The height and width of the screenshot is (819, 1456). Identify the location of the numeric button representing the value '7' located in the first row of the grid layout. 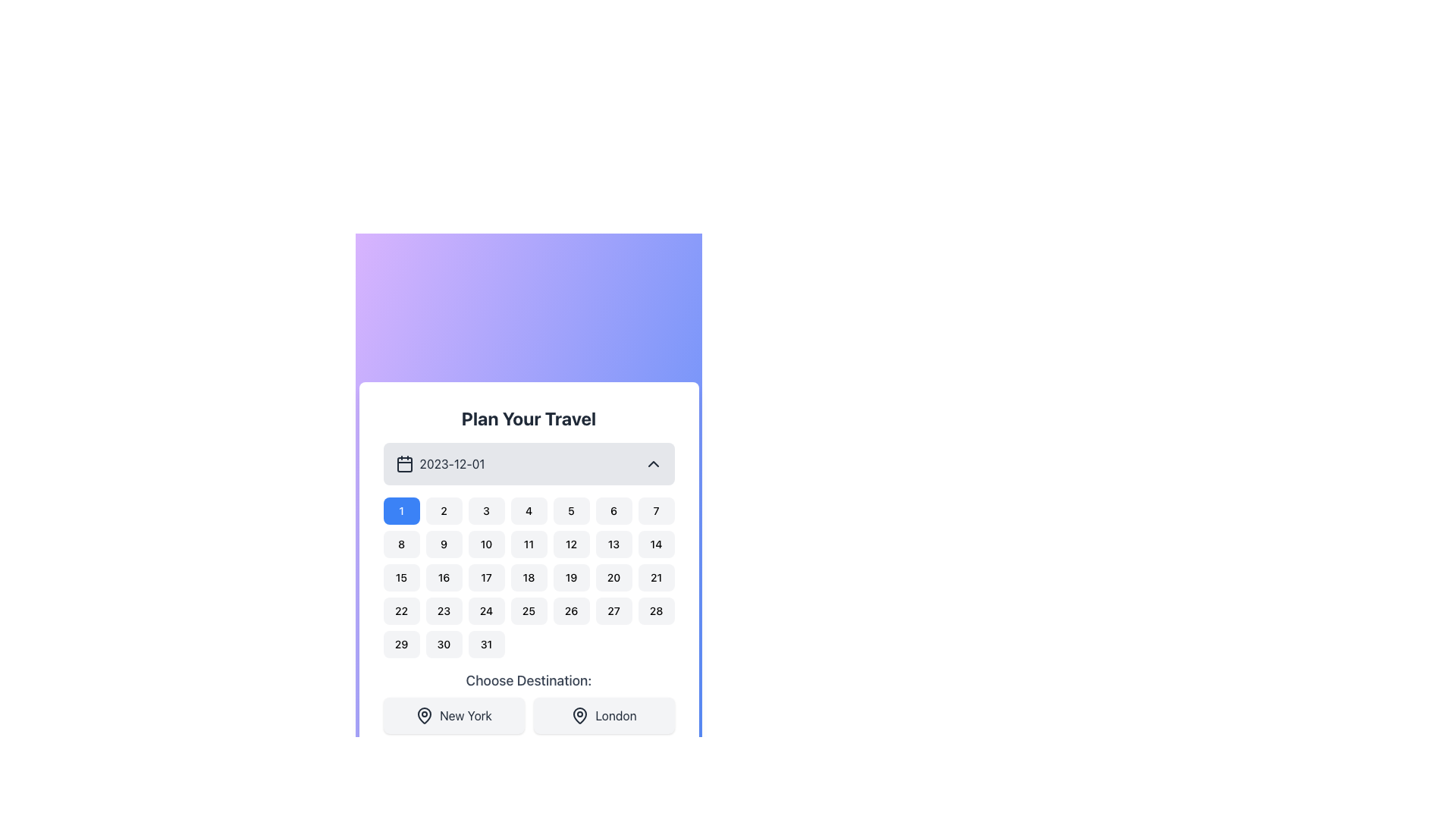
(656, 511).